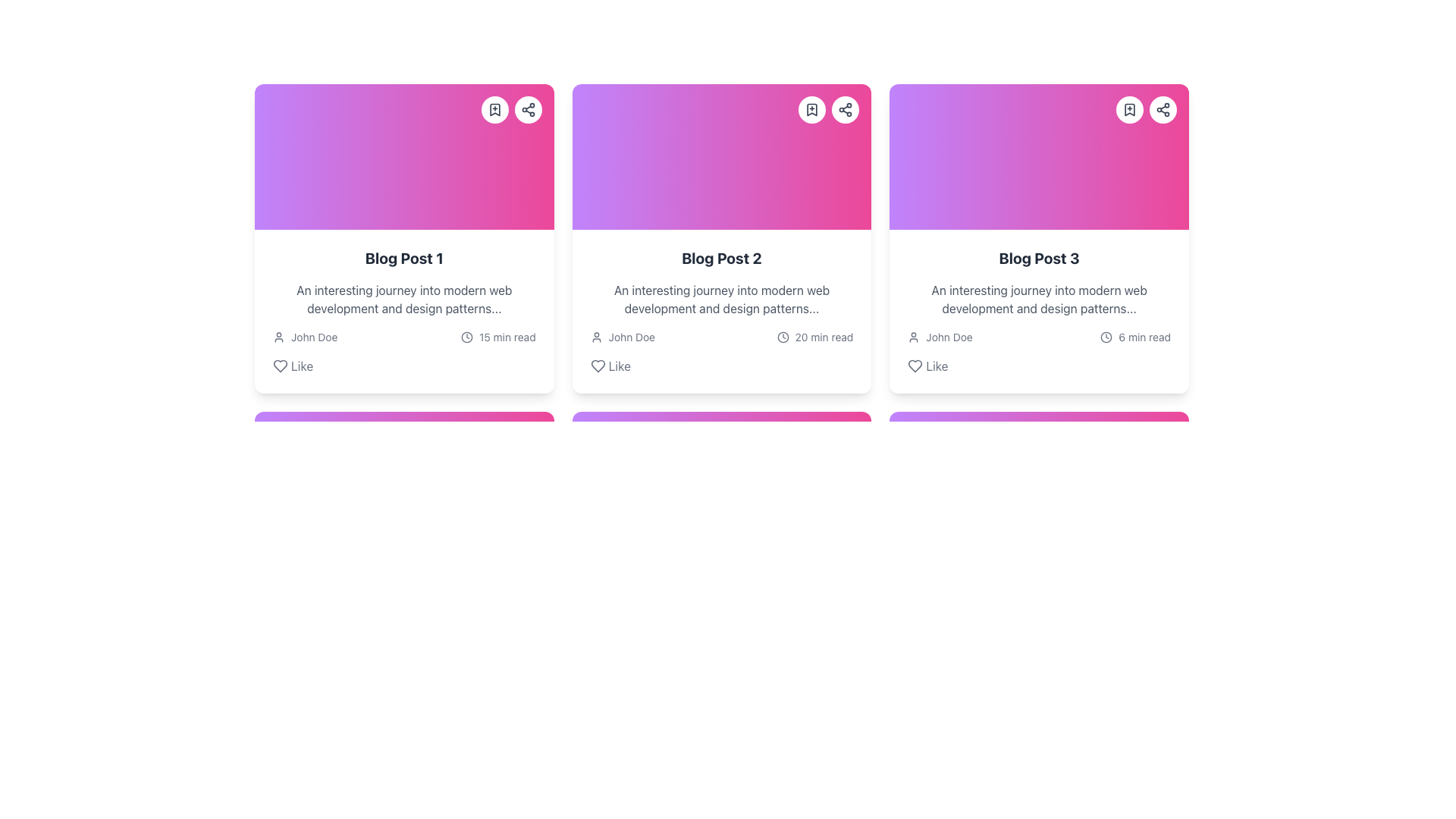 Image resolution: width=1456 pixels, height=819 pixels. Describe the element at coordinates (1106, 336) in the screenshot. I see `the clock icon, which is part of the third card in a series of horizontally displayed cards, indicating time with two hands and located to the left of the text '6 min read'` at that location.